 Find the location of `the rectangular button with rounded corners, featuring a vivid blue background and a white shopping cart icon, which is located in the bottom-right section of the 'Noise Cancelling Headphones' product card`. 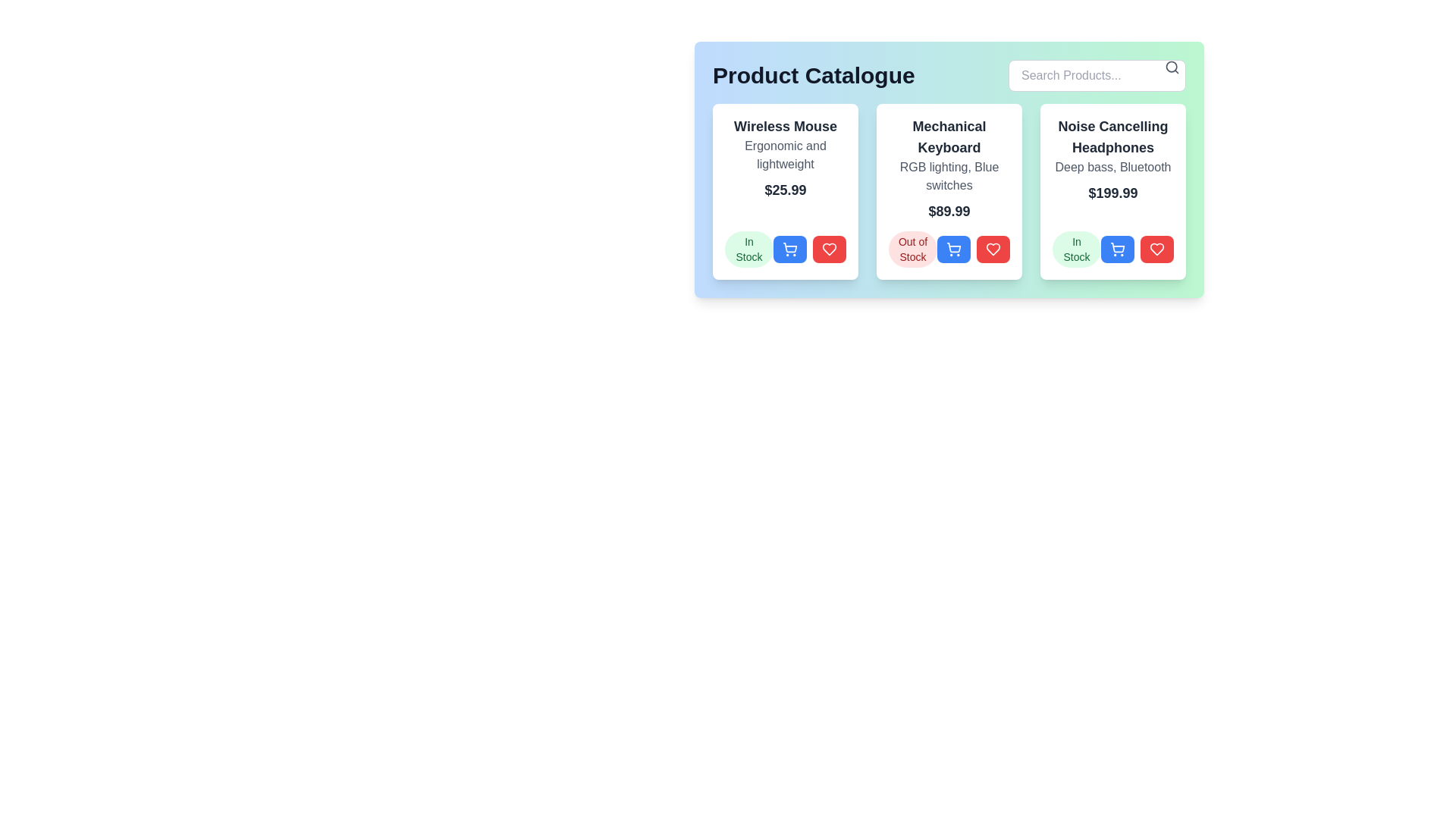

the rectangular button with rounded corners, featuring a vivid blue background and a white shopping cart icon, which is located in the bottom-right section of the 'Noise Cancelling Headphones' product card is located at coordinates (1117, 248).